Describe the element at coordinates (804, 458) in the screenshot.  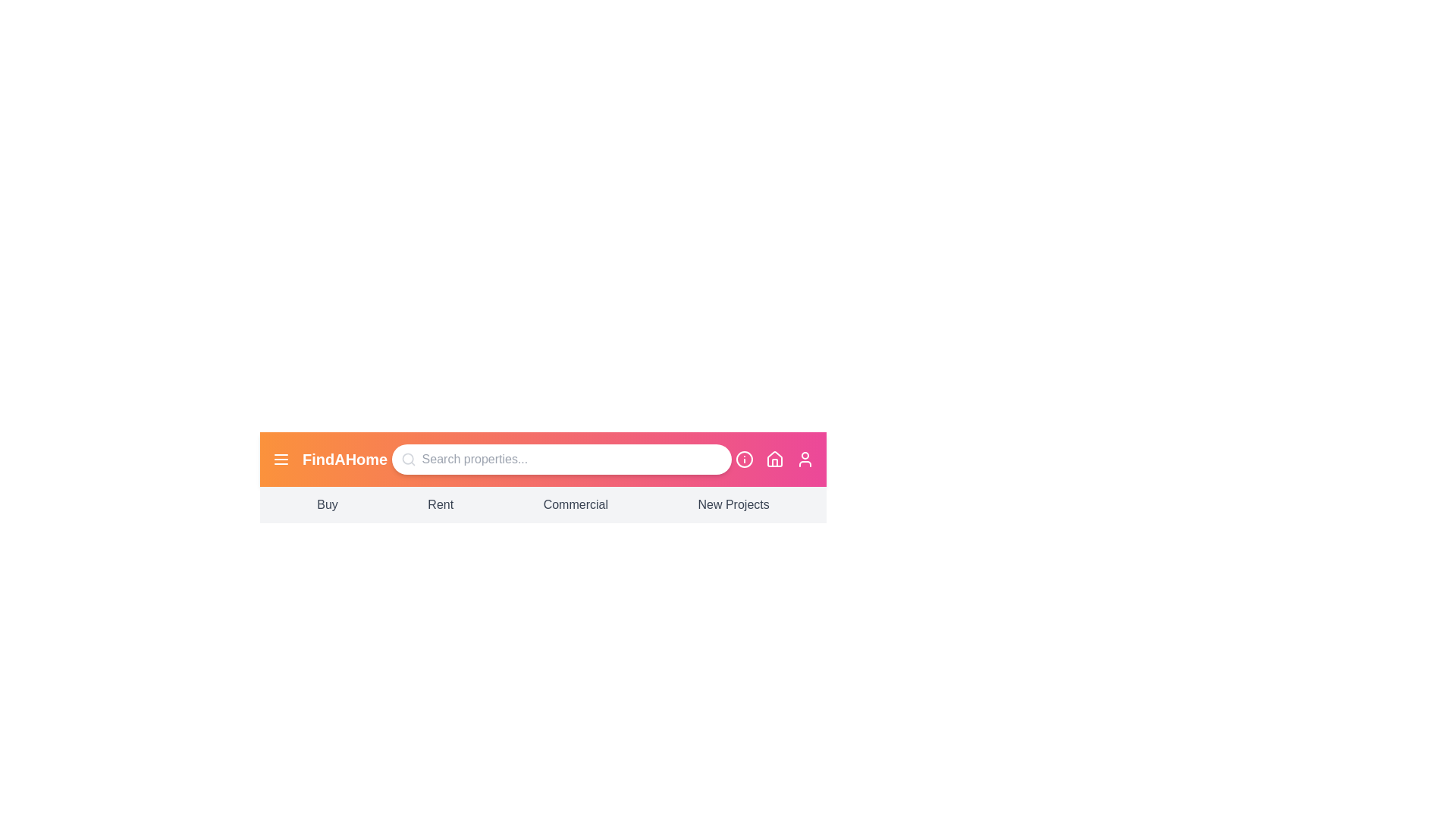
I see `the user profile icon in the navigation bar` at that location.